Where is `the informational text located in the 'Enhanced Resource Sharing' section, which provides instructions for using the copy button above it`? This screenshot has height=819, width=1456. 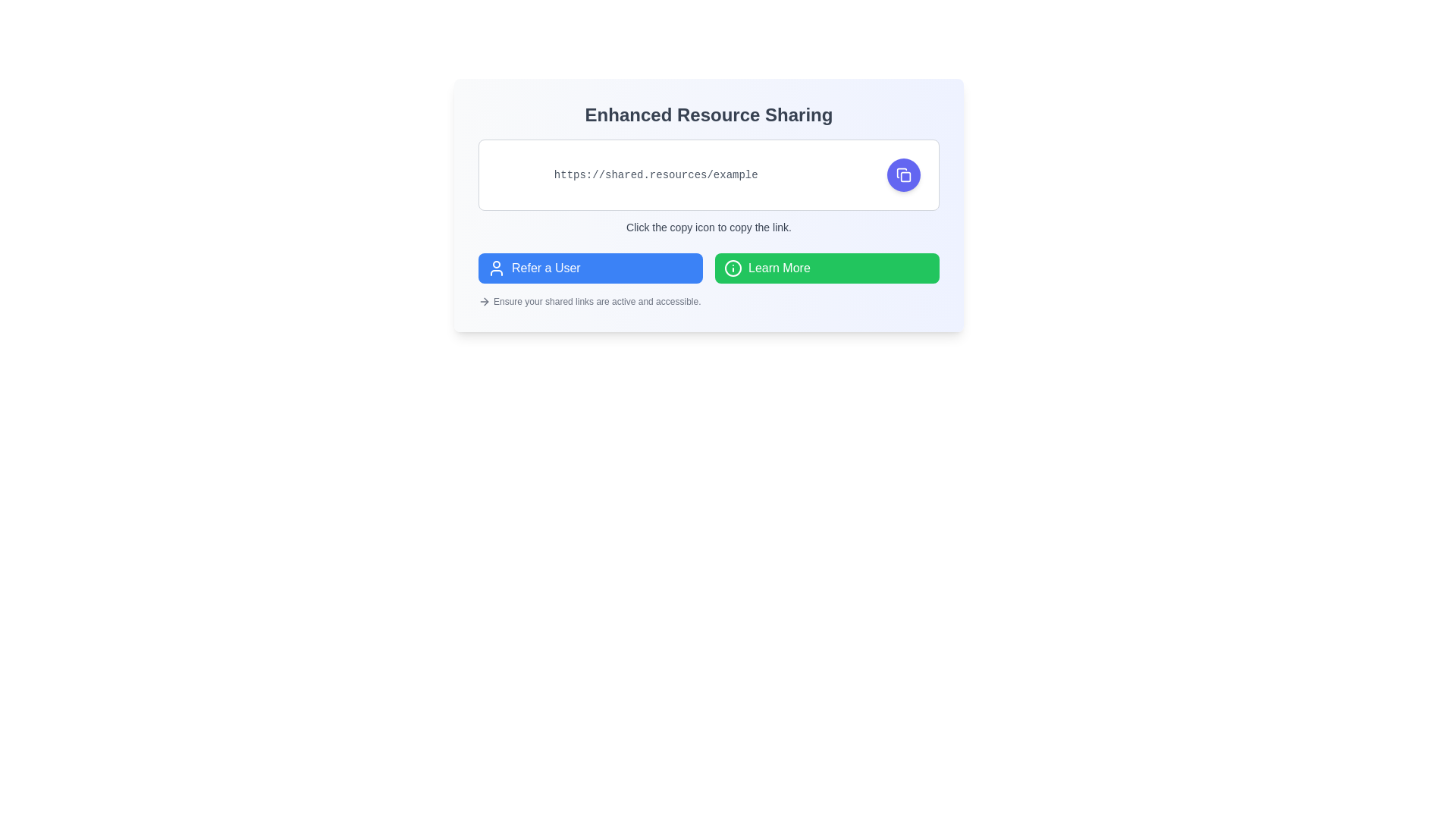
the informational text located in the 'Enhanced Resource Sharing' section, which provides instructions for using the copy button above it is located at coordinates (708, 227).